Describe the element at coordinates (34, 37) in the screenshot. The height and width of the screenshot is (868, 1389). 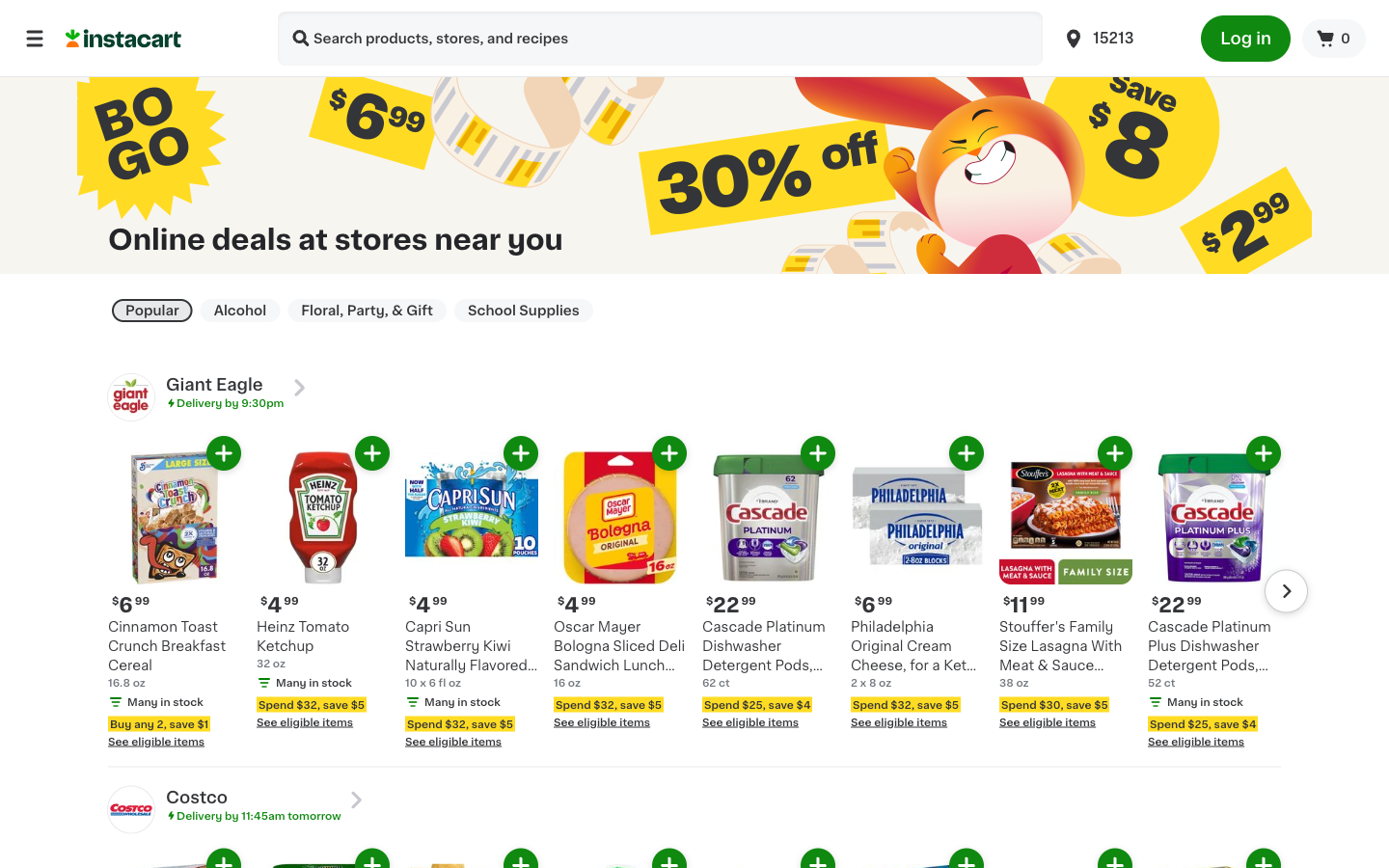
I see `Visit the Main Menu Page` at that location.